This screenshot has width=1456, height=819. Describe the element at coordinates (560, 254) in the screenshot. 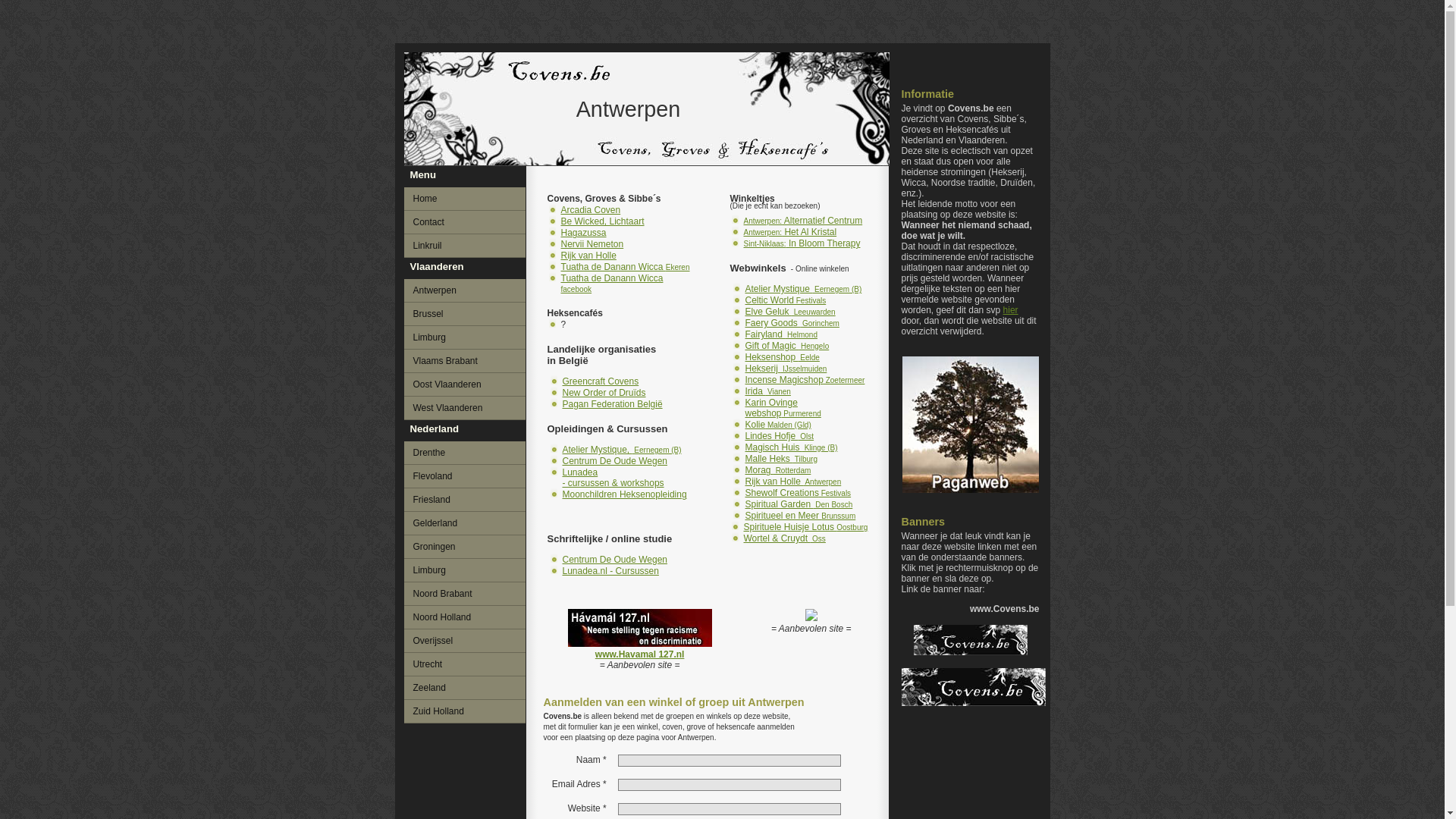

I see `'Rijk van Holle'` at that location.